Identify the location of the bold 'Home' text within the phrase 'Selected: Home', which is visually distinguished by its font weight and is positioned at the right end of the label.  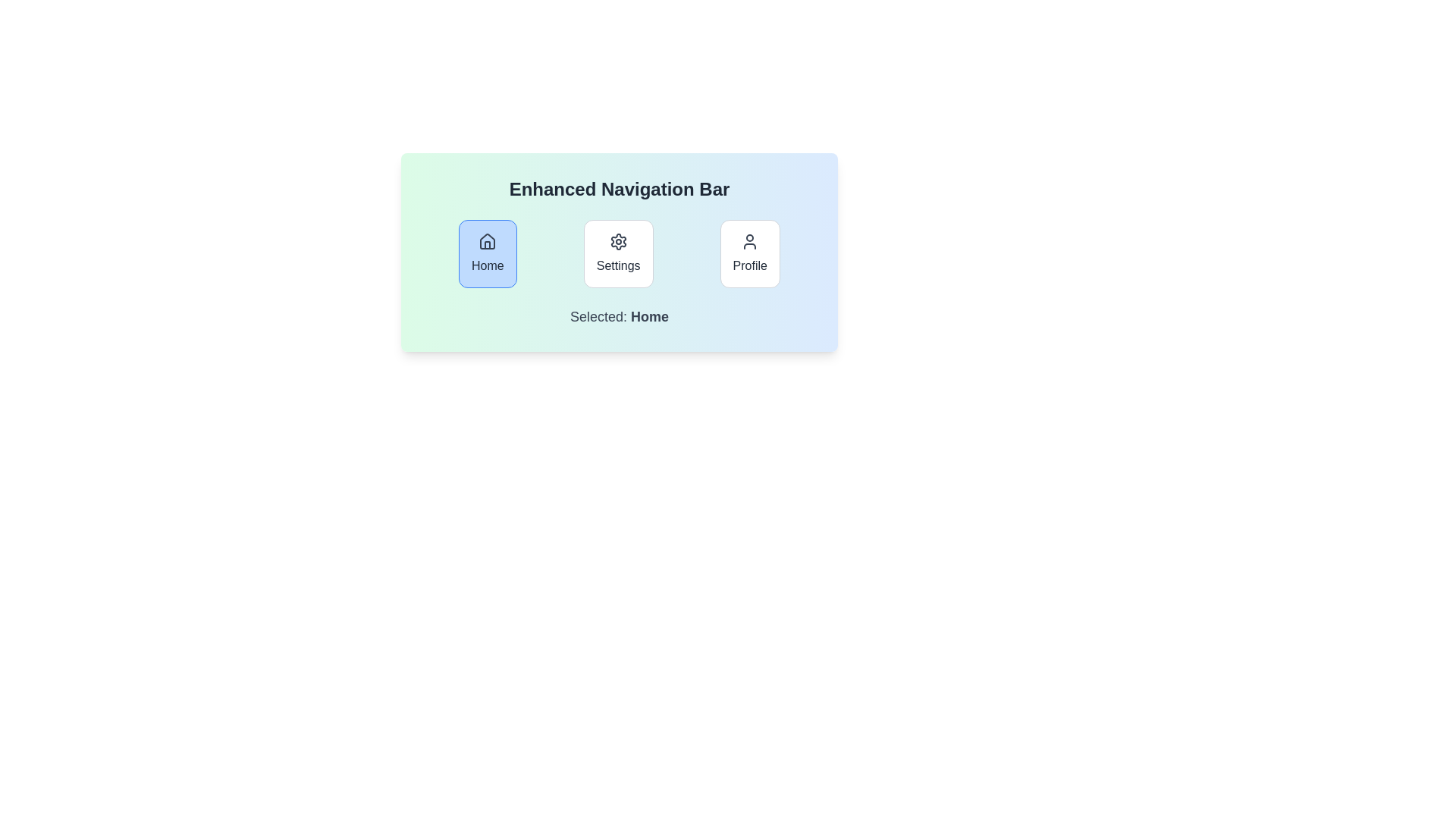
(650, 315).